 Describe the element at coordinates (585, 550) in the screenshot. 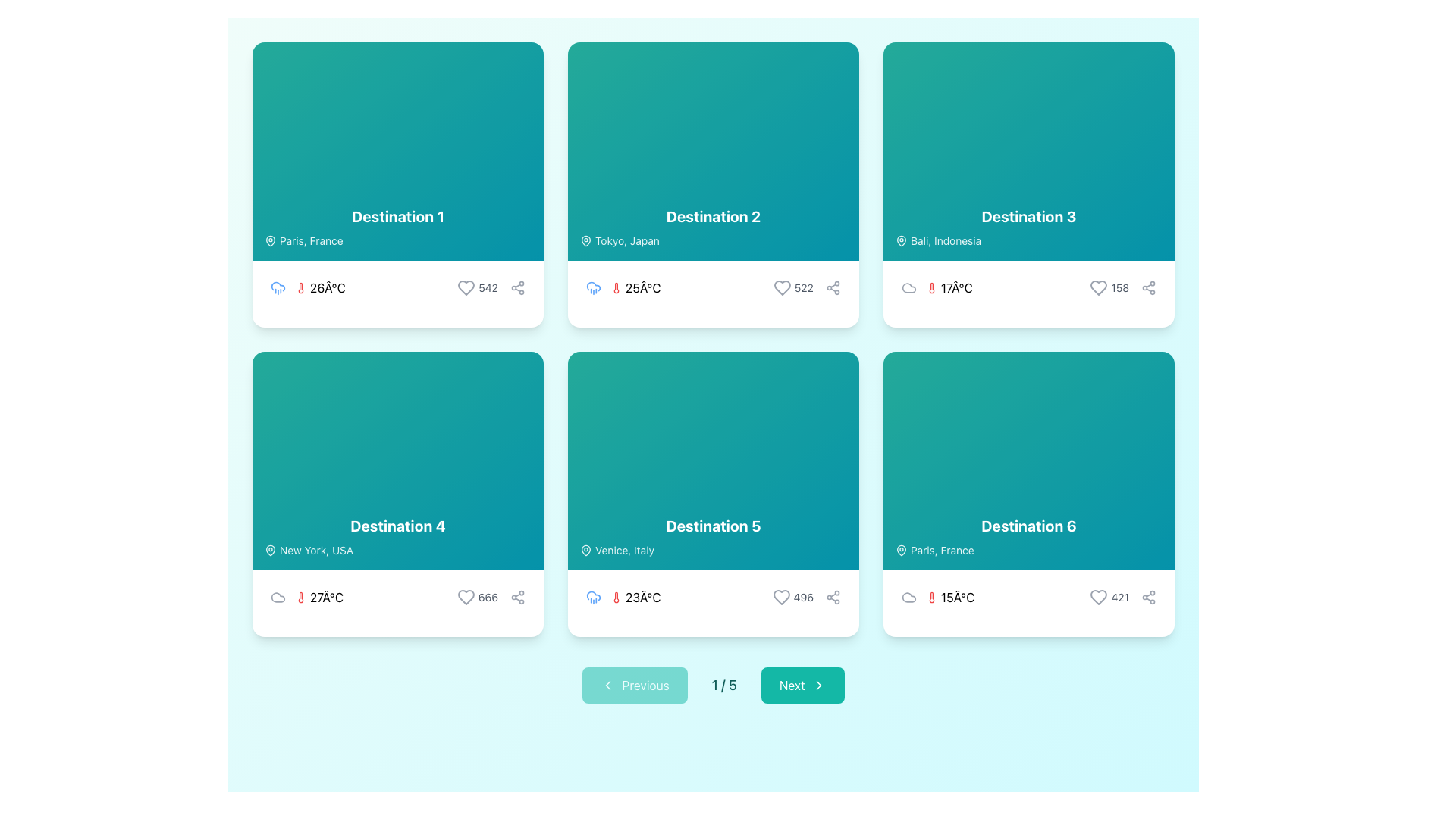

I see `the map pin icon located in the 'Destination 5' card displaying information about Venice, Italy, situated towards the center of the interface, near the text 'Venice, Italy'` at that location.